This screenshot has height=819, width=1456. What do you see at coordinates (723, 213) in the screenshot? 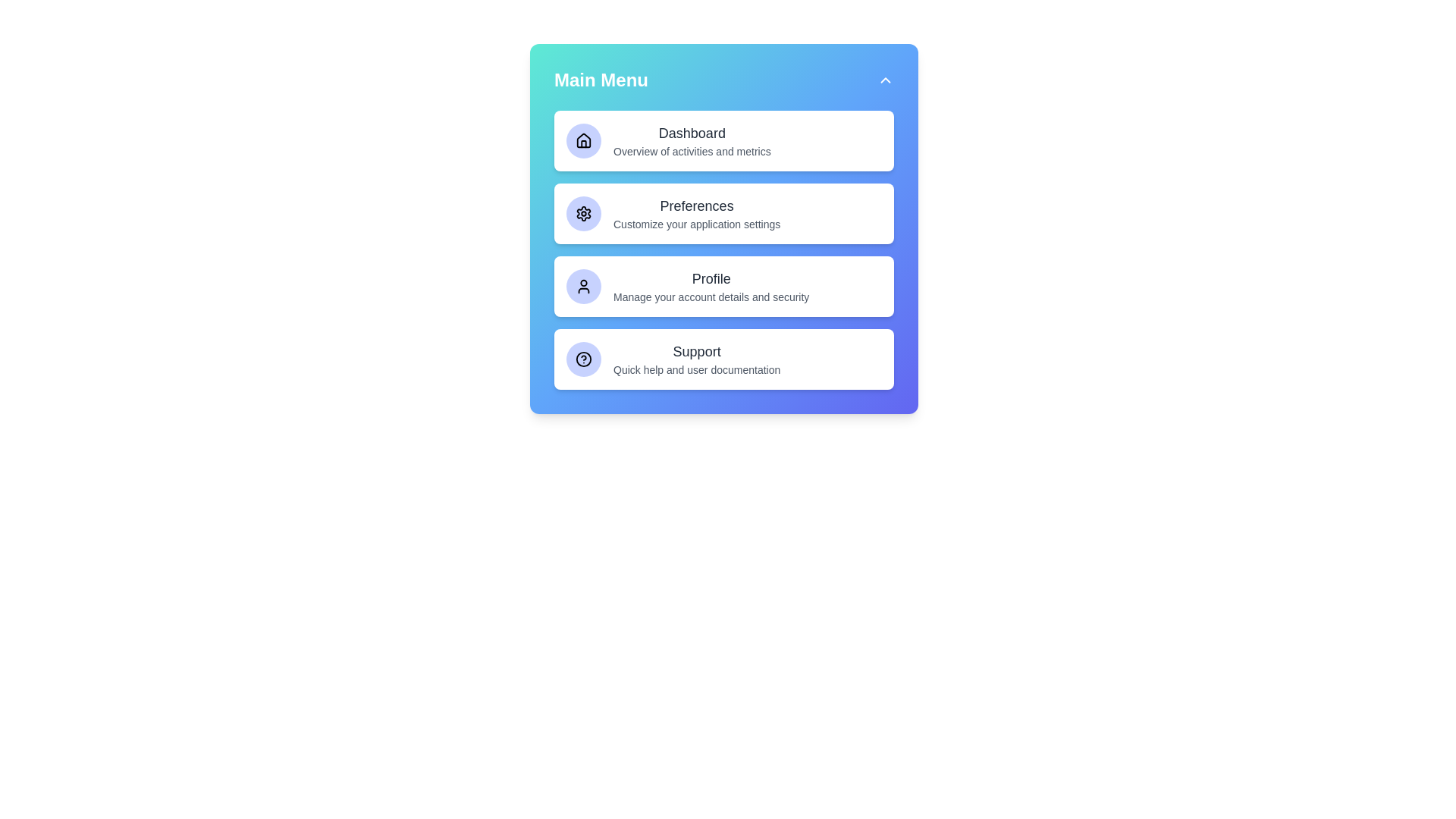
I see `the menu option Preferences` at bounding box center [723, 213].